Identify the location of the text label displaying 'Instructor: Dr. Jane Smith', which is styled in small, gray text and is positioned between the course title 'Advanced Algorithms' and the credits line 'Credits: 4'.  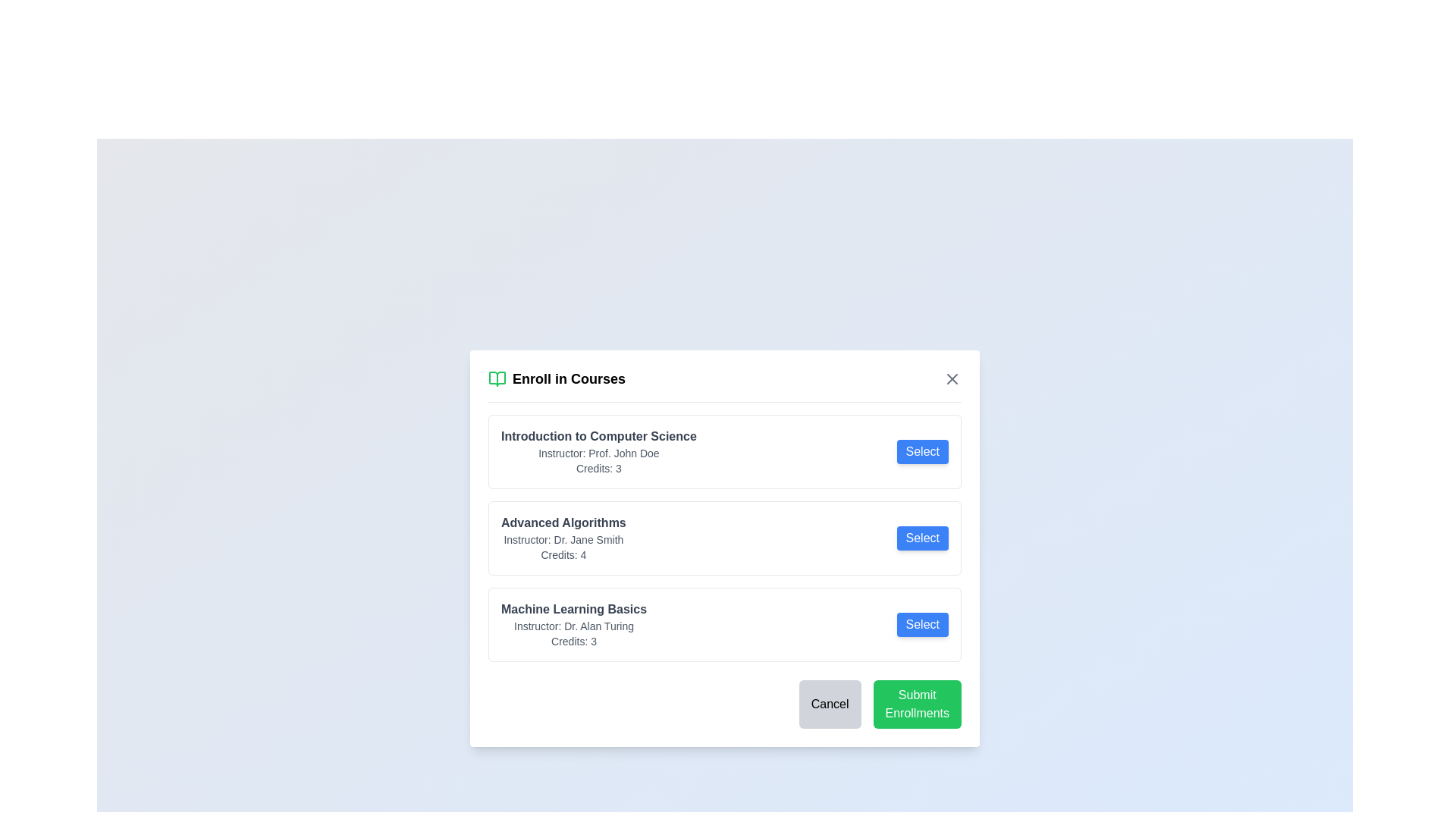
(563, 538).